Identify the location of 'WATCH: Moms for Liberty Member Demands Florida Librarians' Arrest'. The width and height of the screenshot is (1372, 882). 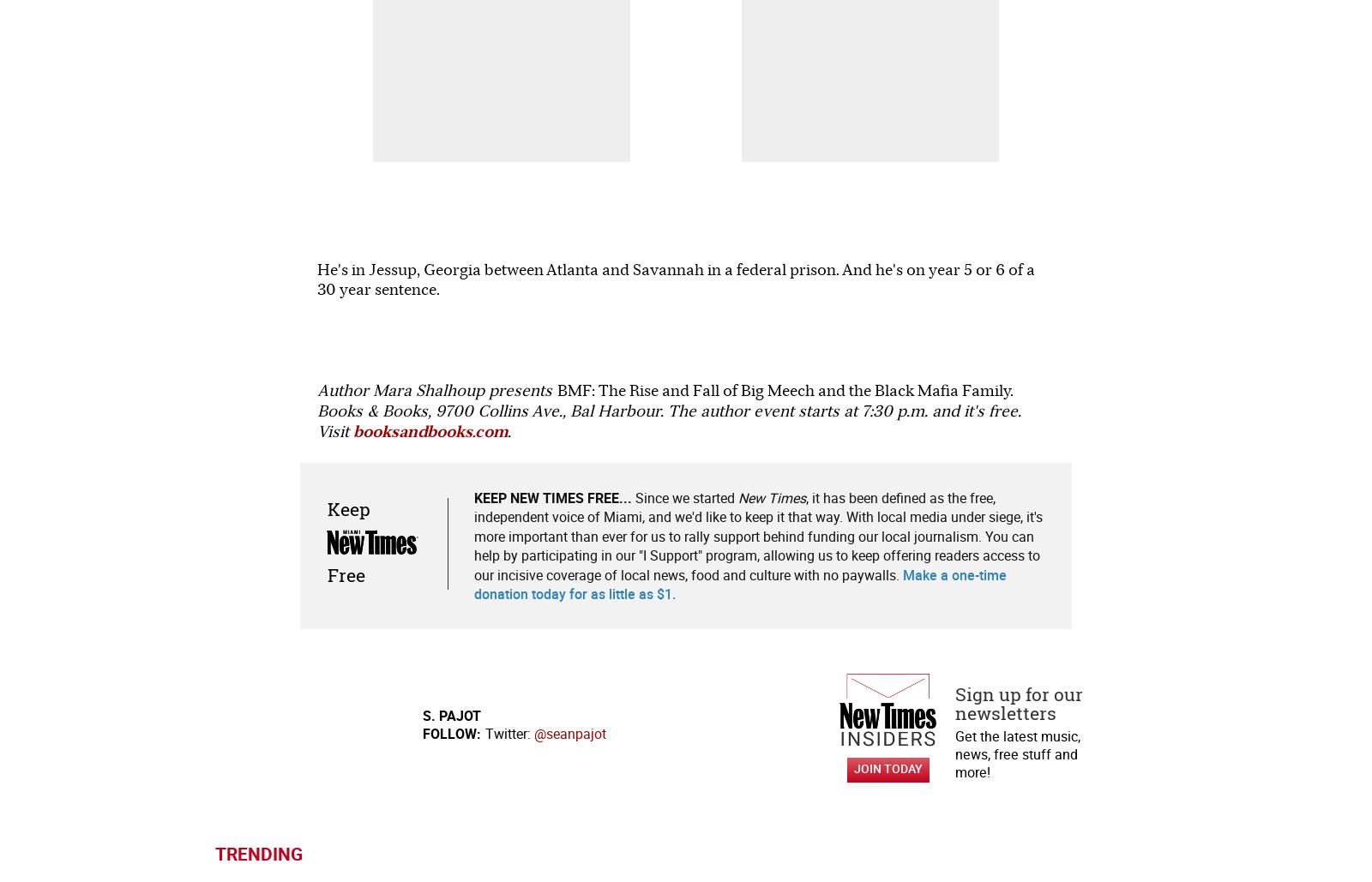
(305, 479).